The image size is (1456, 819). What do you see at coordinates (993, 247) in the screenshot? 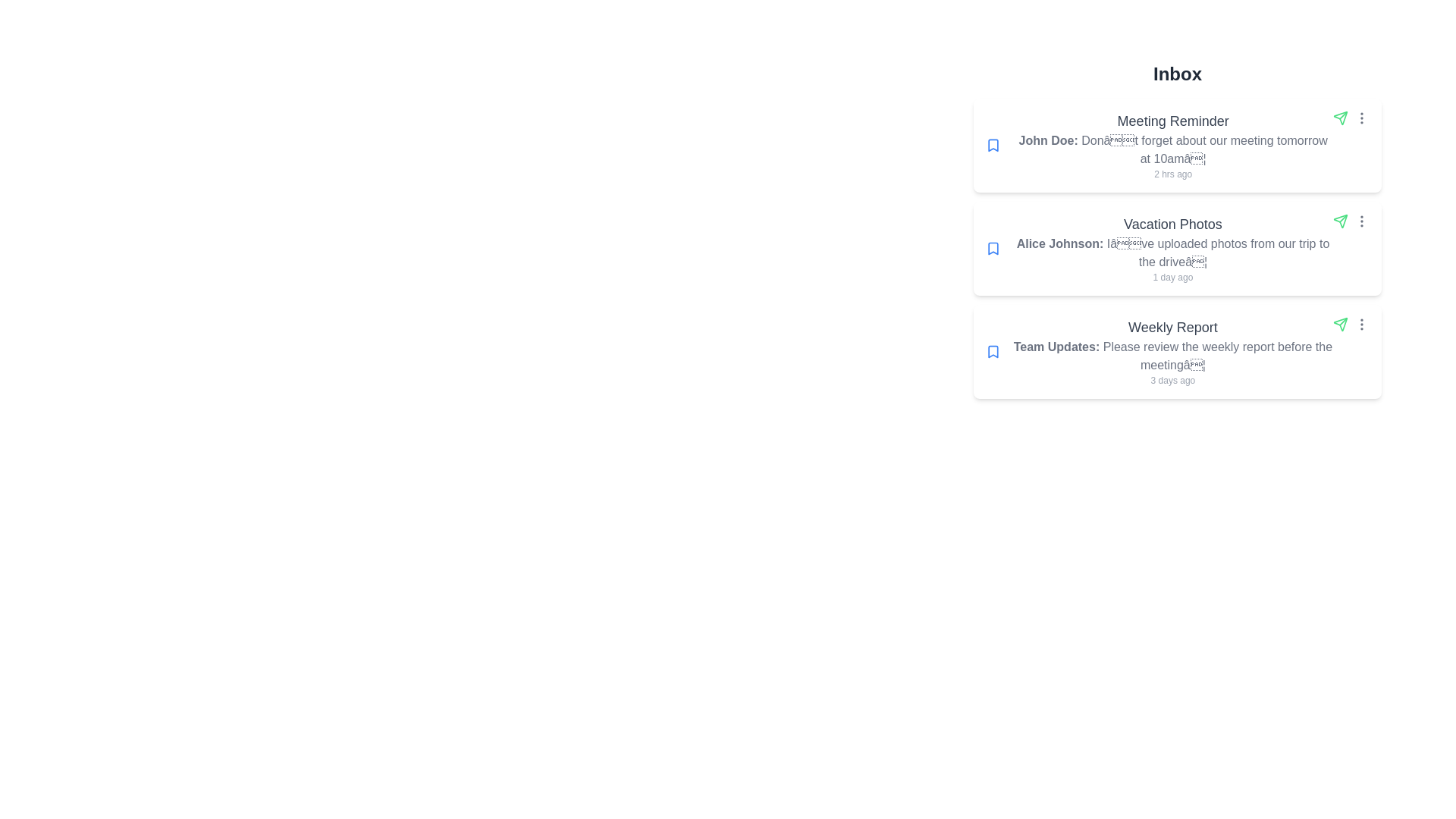
I see `bookmark icon for the message with subject Vacation Photos` at bounding box center [993, 247].